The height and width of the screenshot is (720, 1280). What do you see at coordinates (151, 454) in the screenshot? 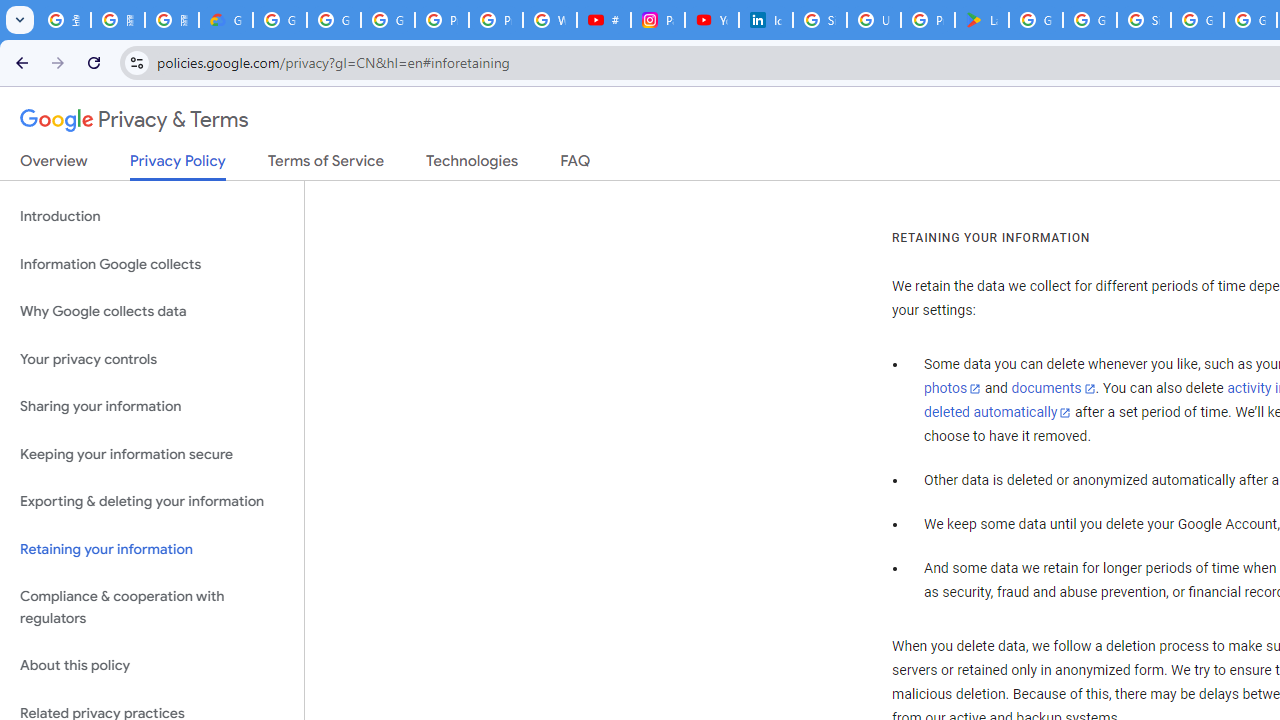
I see `'Keeping your information secure'` at bounding box center [151, 454].